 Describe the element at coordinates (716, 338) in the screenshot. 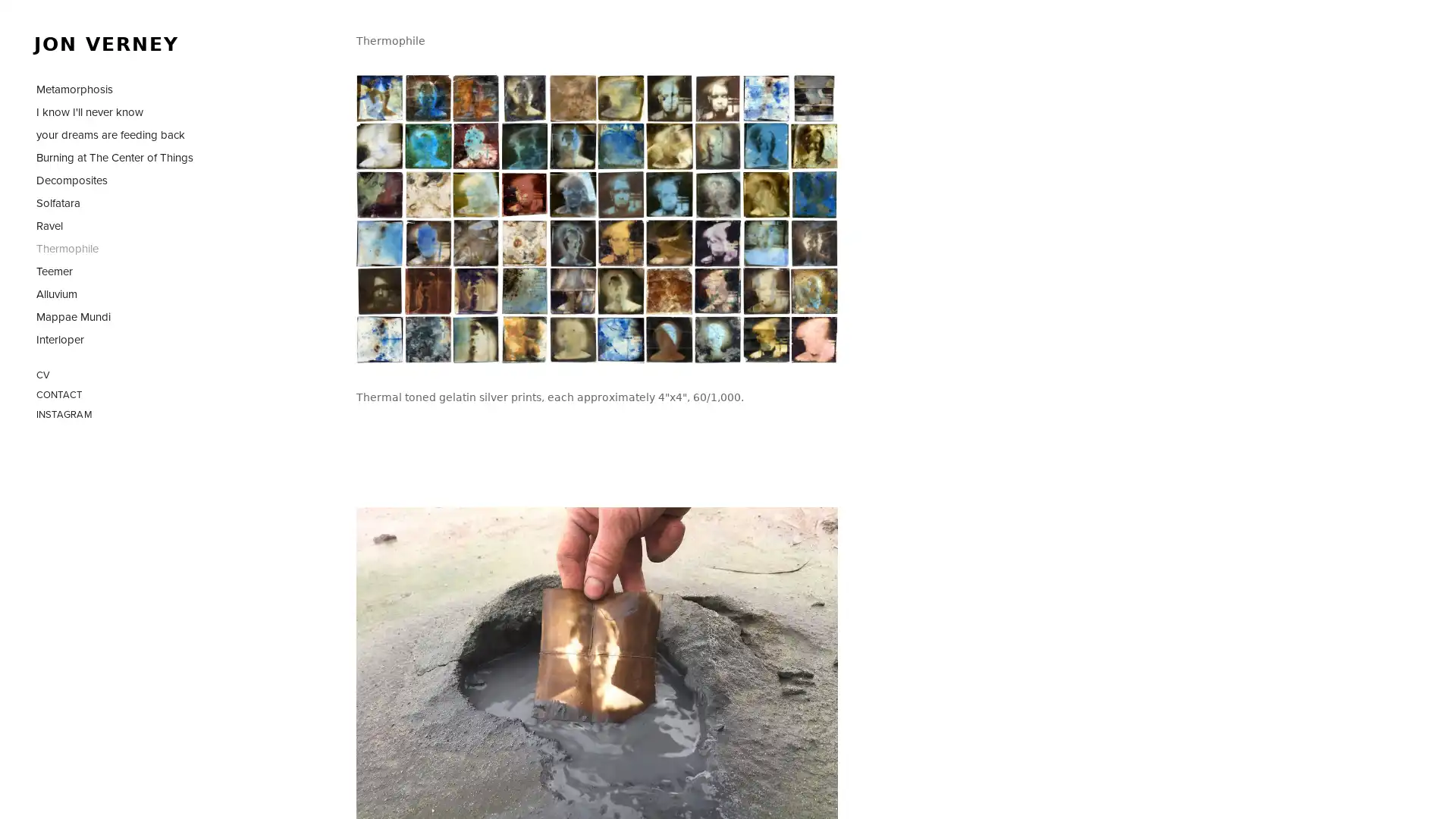

I see `View fullsize jon_verney_thermophile_63.jpg` at that location.